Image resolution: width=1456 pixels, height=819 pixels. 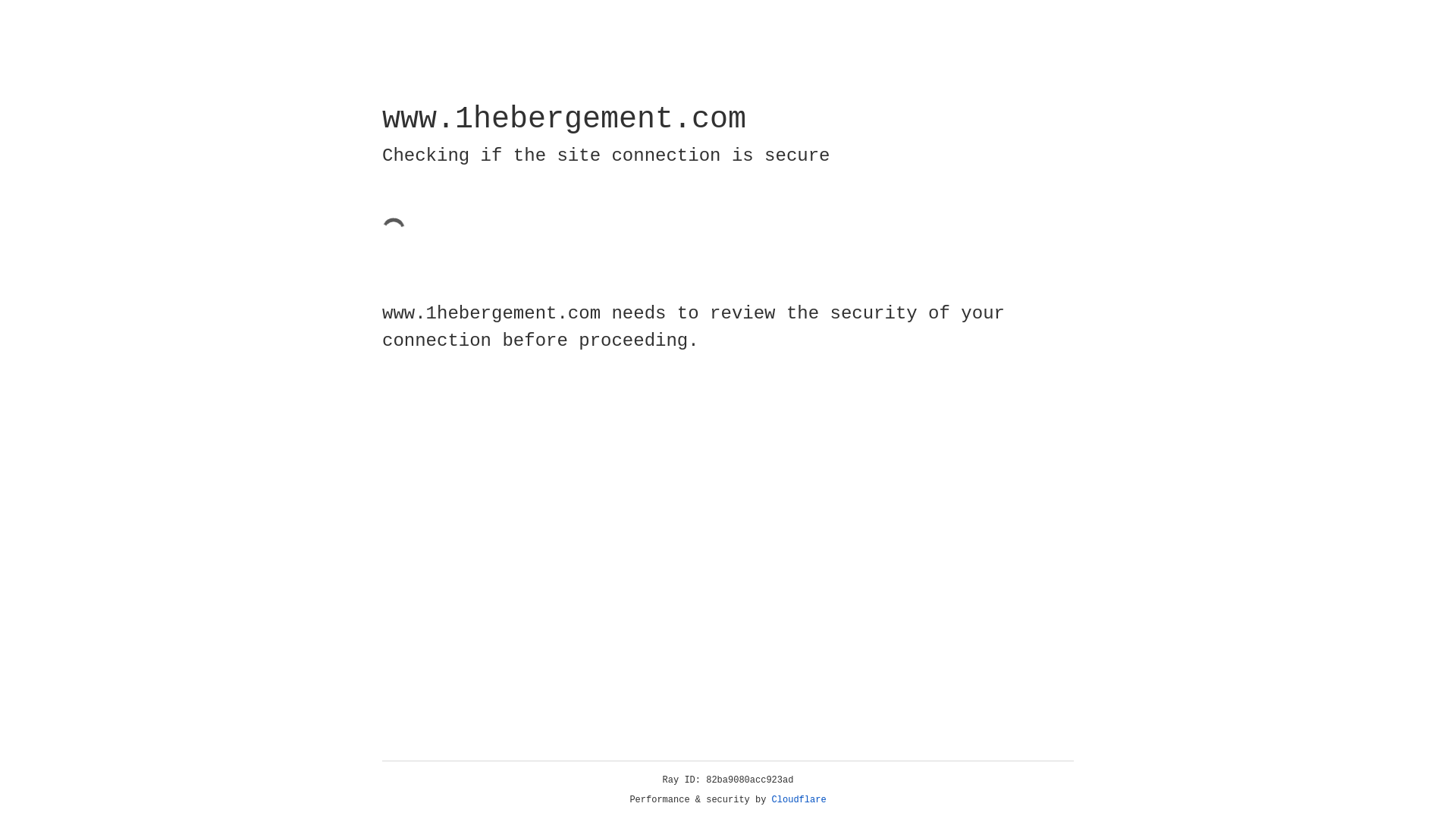 What do you see at coordinates (799, 799) in the screenshot?
I see `'Cloudflare'` at bounding box center [799, 799].